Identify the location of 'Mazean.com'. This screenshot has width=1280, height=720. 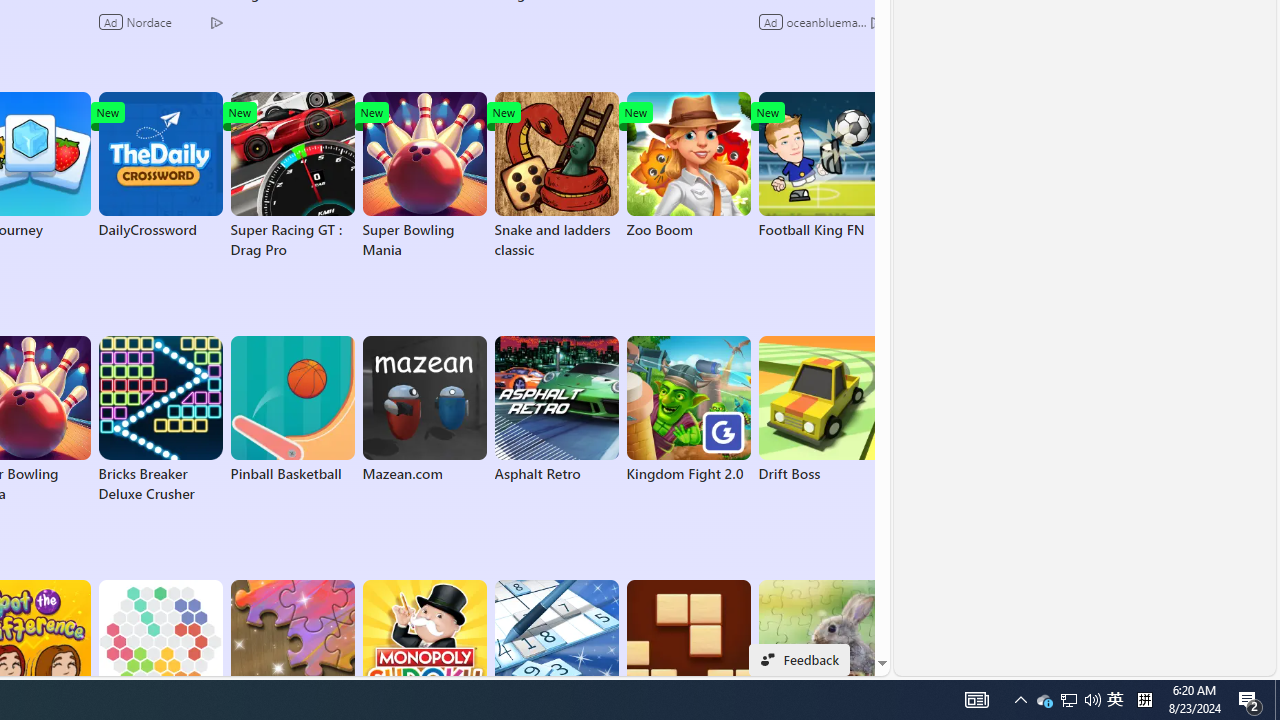
(423, 409).